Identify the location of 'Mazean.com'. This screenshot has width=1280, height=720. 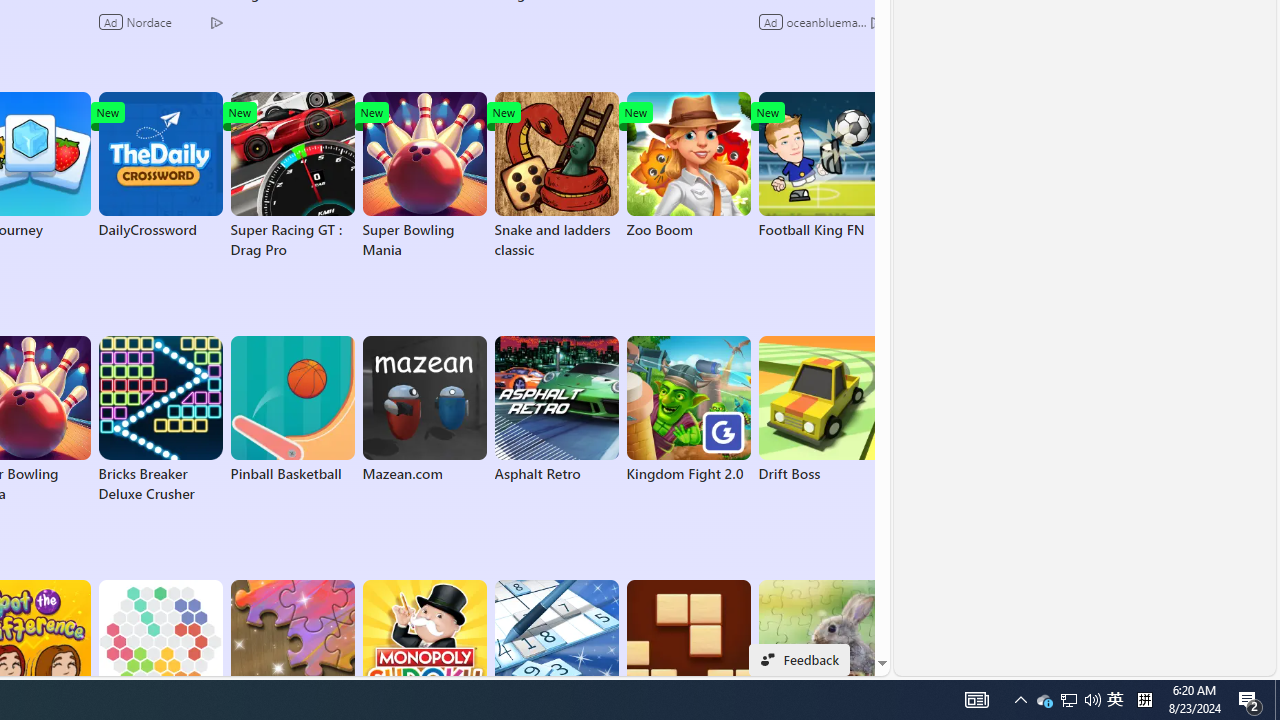
(423, 409).